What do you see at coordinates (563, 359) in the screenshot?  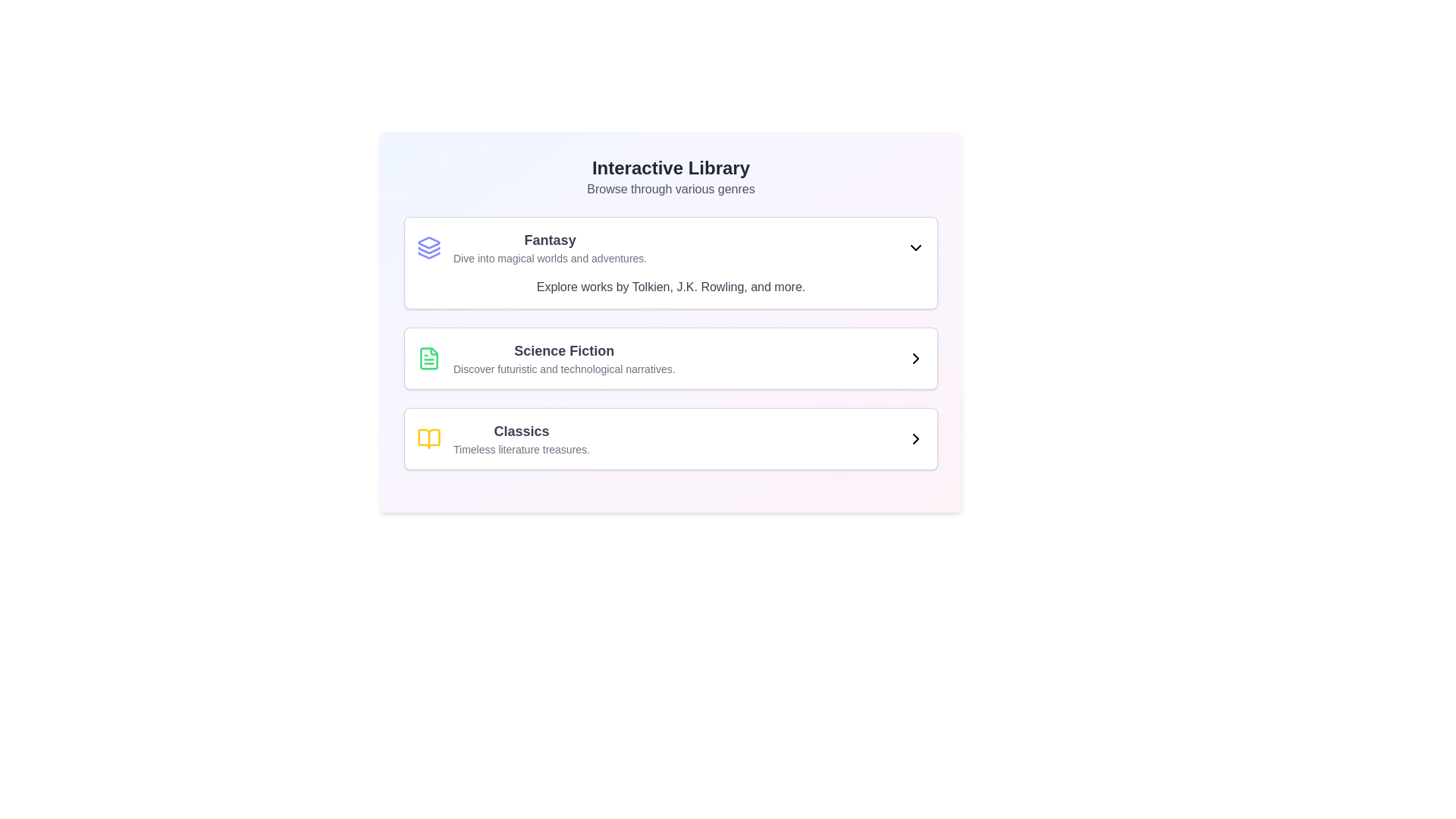 I see `the 'Science Fiction' category text element, which is the second item in the list of navigational options` at bounding box center [563, 359].